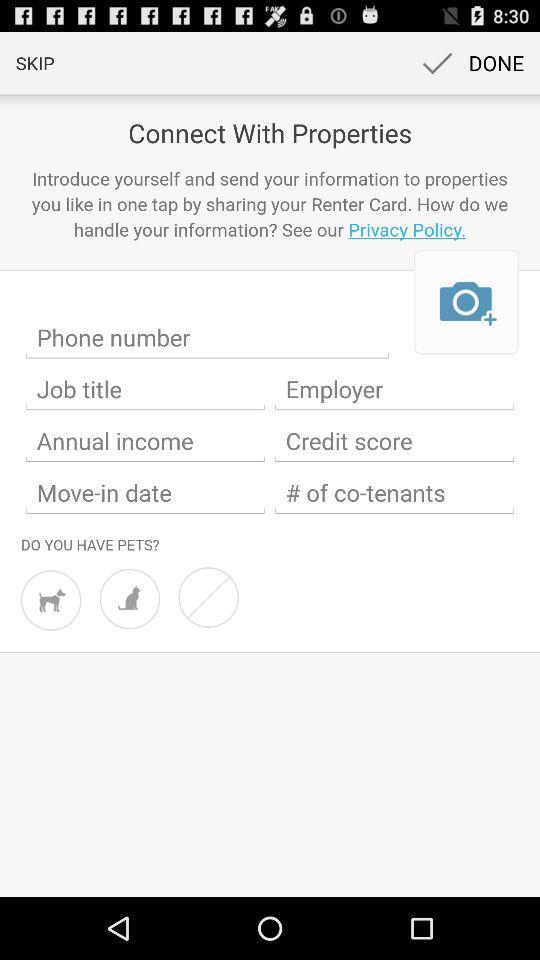 The height and width of the screenshot is (960, 540). I want to click on phone number, so click(206, 337).